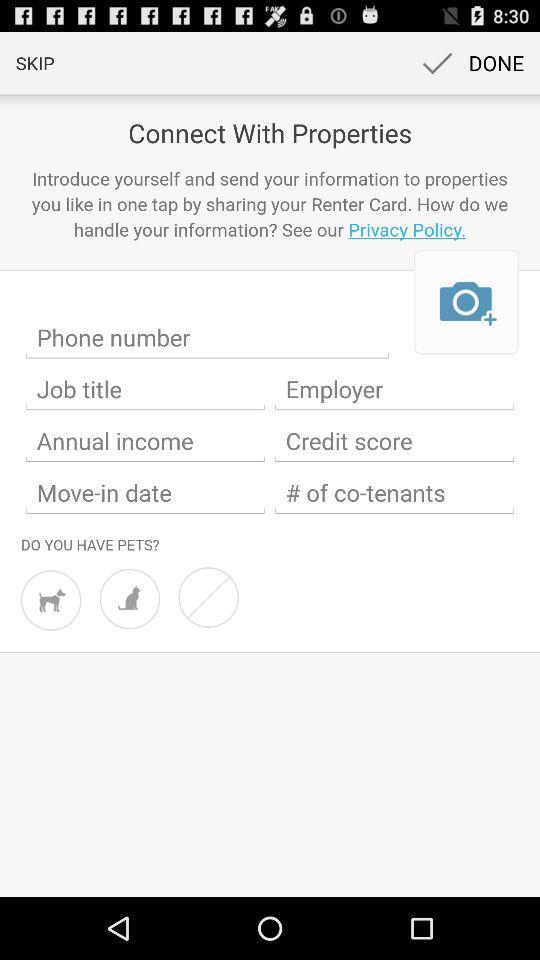 The height and width of the screenshot is (960, 540). I want to click on phone number, so click(206, 337).